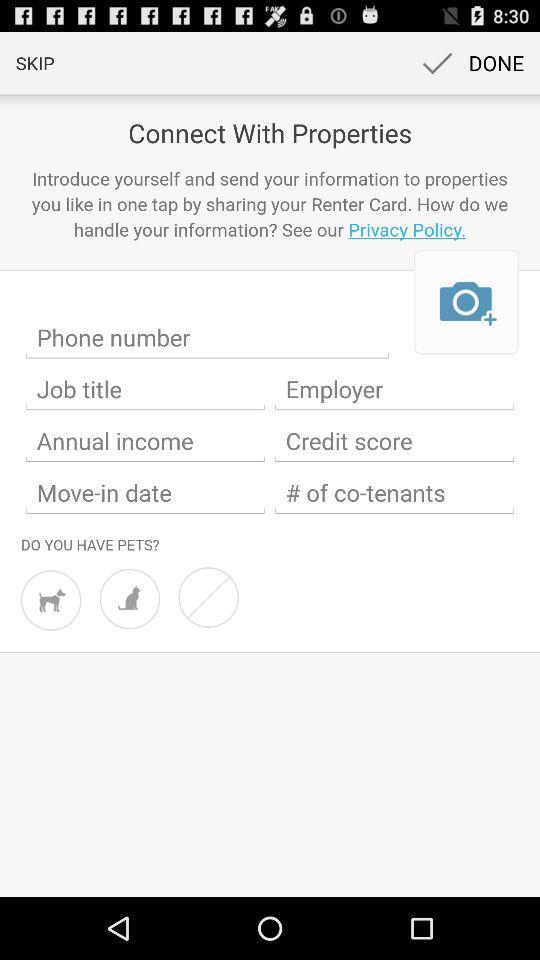 The height and width of the screenshot is (960, 540). I want to click on phone number, so click(206, 337).